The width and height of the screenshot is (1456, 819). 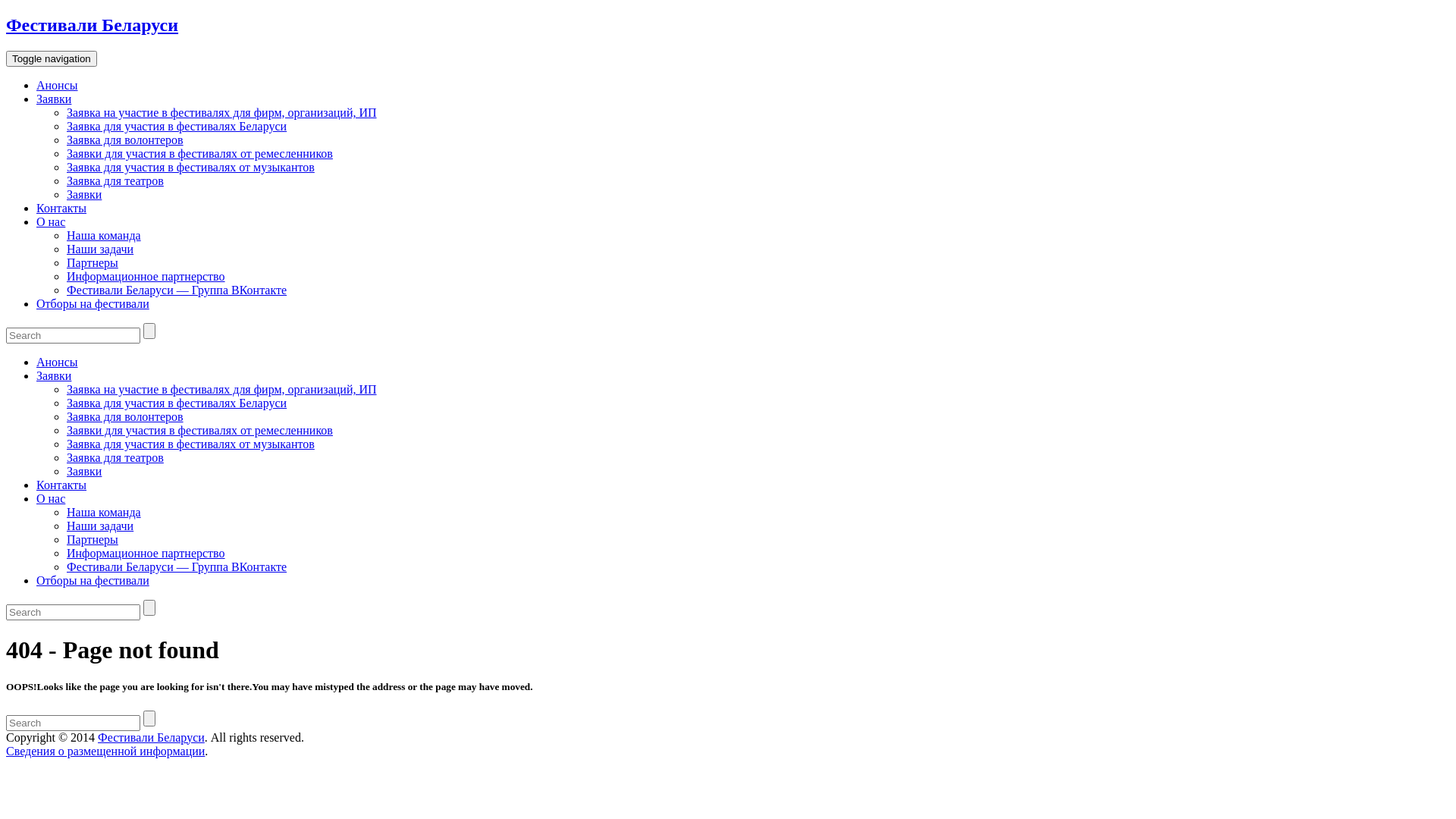 I want to click on 'Toggle navigation', so click(x=51, y=58).